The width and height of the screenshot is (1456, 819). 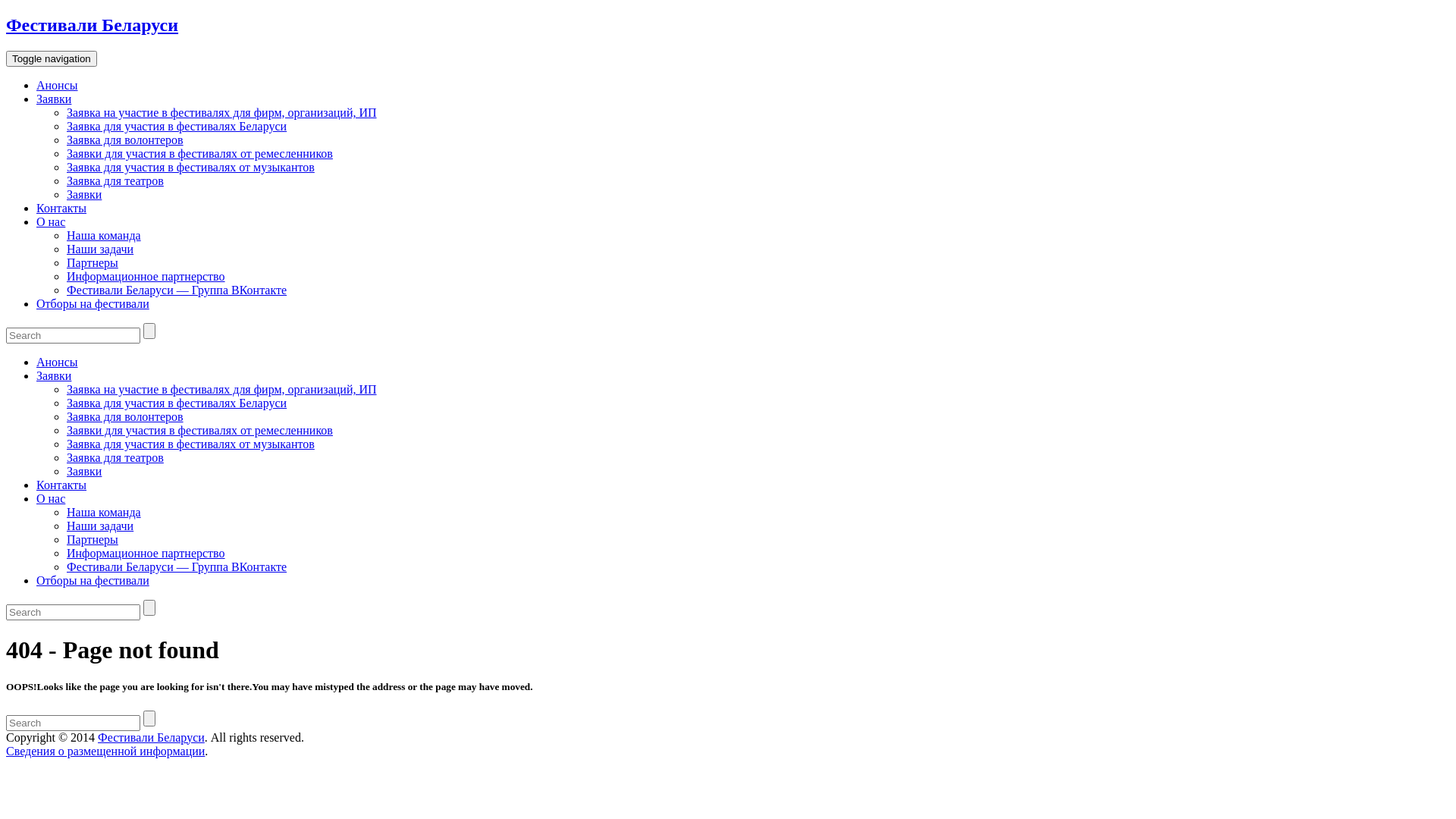 I want to click on 'Toggle navigation', so click(x=51, y=58).